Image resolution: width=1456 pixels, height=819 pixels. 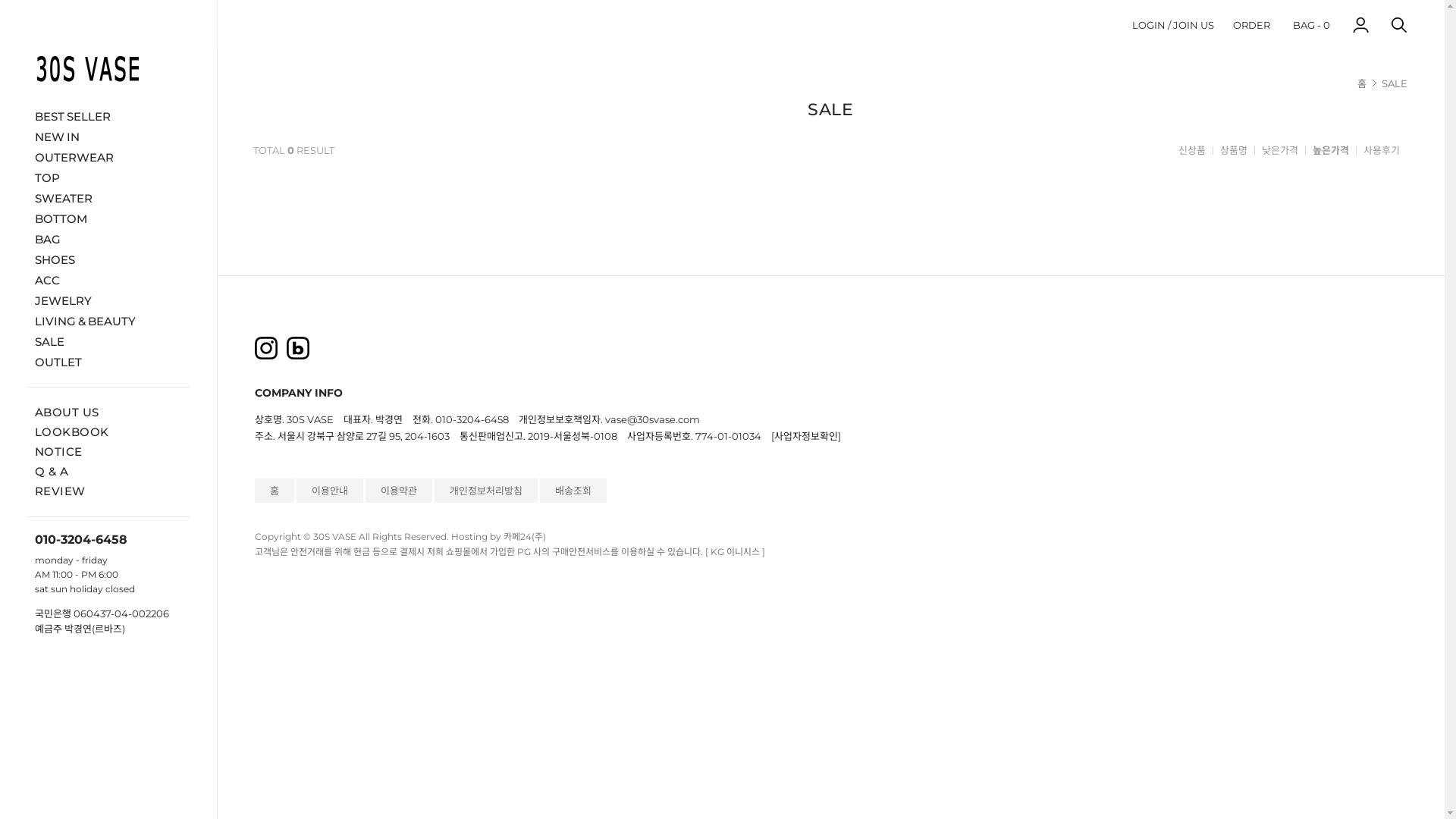 I want to click on 'NOTICE', so click(x=58, y=450).